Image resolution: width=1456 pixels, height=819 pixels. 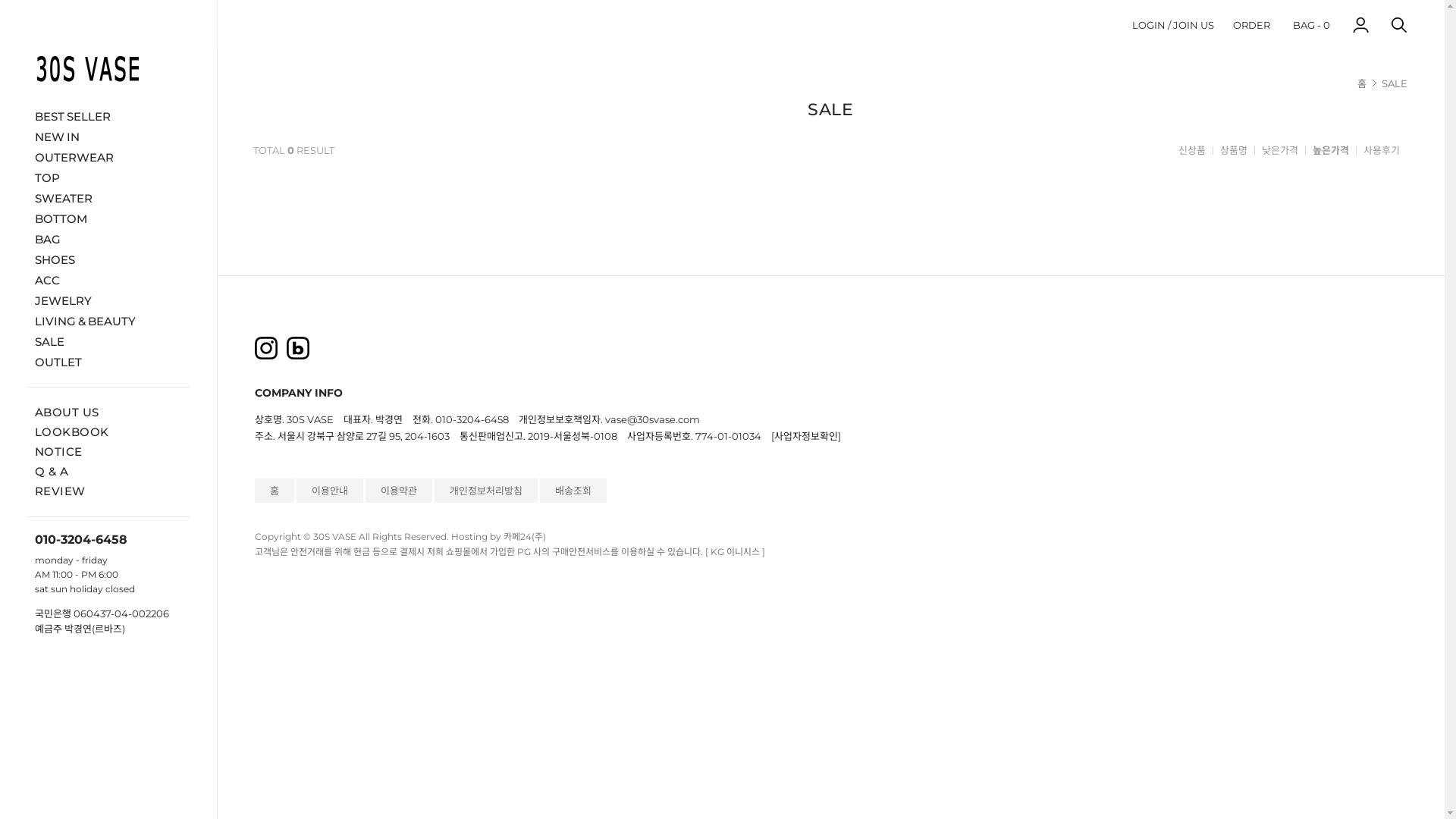 I want to click on 'NOTICE', so click(x=58, y=450).